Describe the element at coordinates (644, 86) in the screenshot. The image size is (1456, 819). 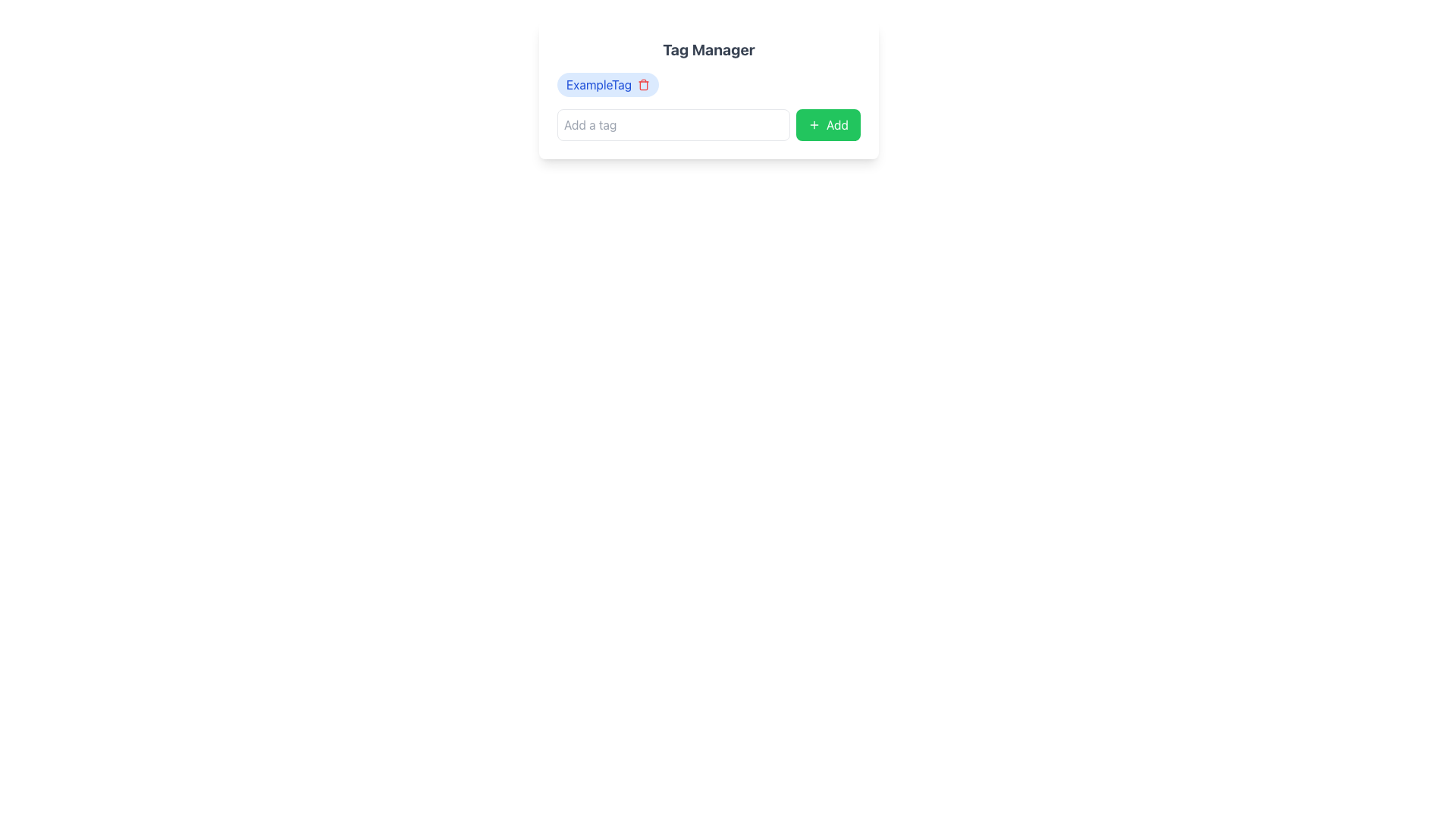
I see `the second component of the trash icon in the SVG illustration, located near the center top of the interface, to trigger its delete functionality` at that location.